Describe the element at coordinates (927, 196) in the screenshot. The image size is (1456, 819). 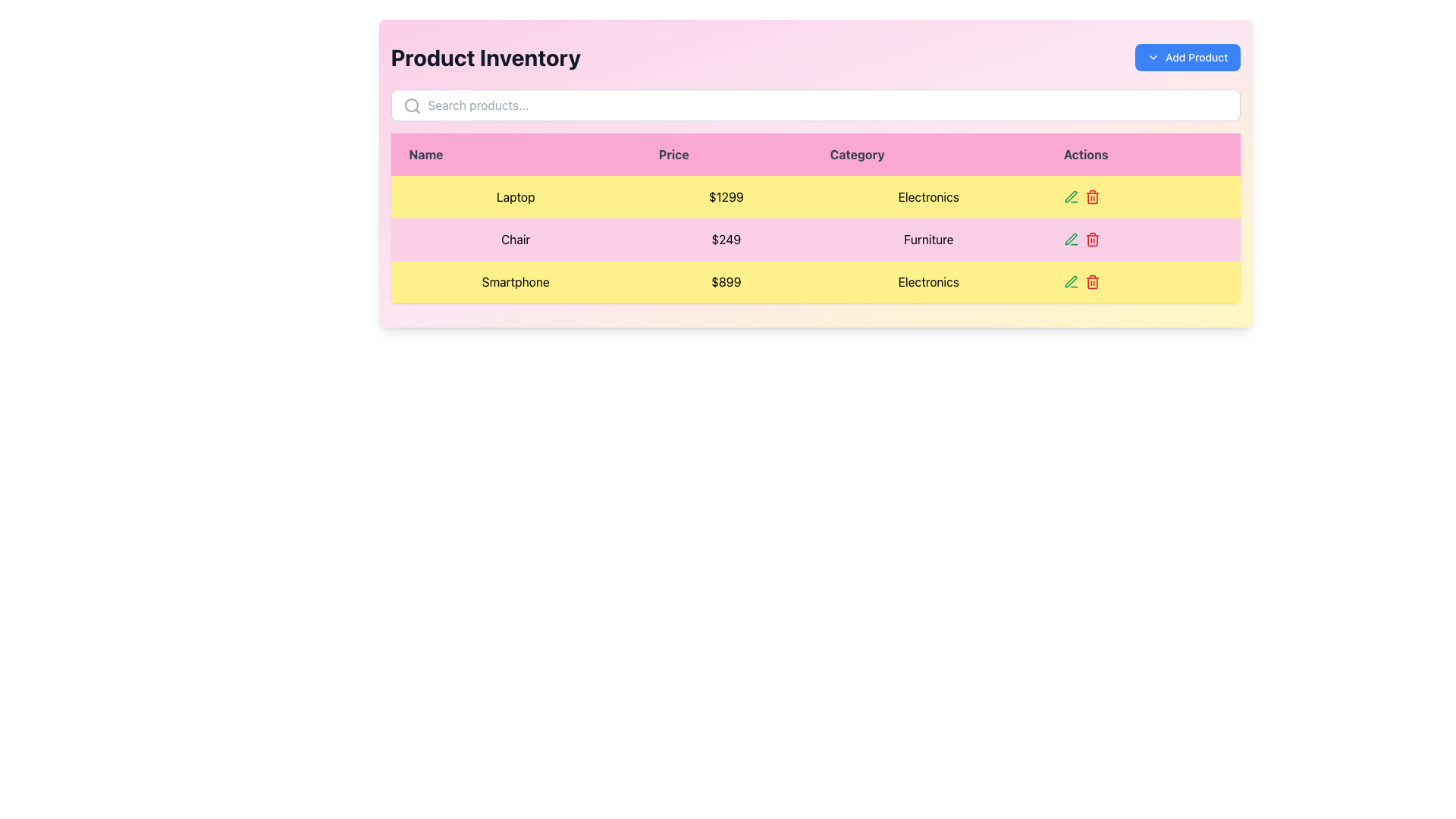
I see `text label in the 'Category' column of the first row, which identifies the product category as 'Electronics'` at that location.